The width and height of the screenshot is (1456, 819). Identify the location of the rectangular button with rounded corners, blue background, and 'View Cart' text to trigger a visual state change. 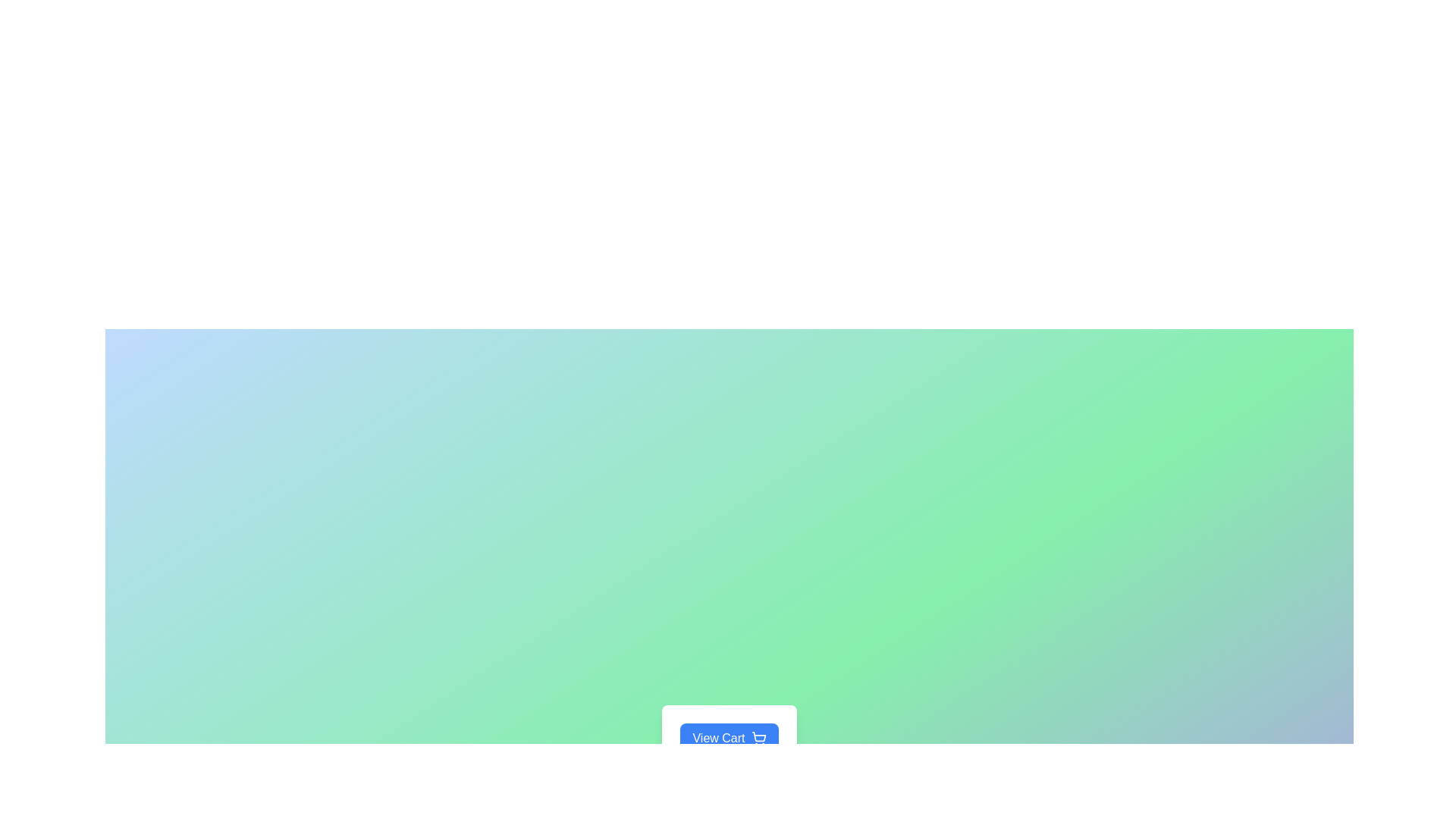
(729, 738).